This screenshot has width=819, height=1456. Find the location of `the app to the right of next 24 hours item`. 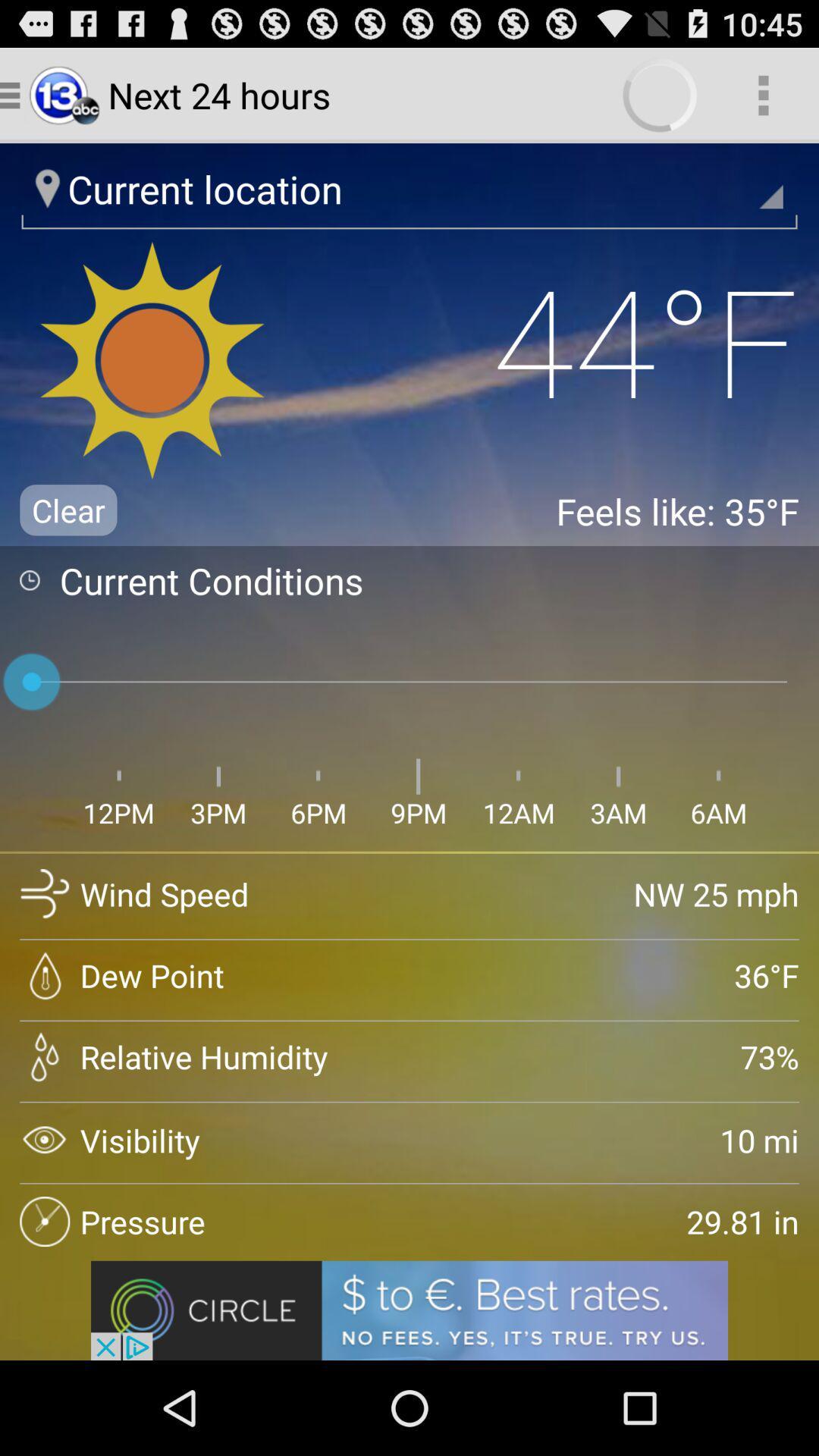

the app to the right of next 24 hours item is located at coordinates (763, 94).